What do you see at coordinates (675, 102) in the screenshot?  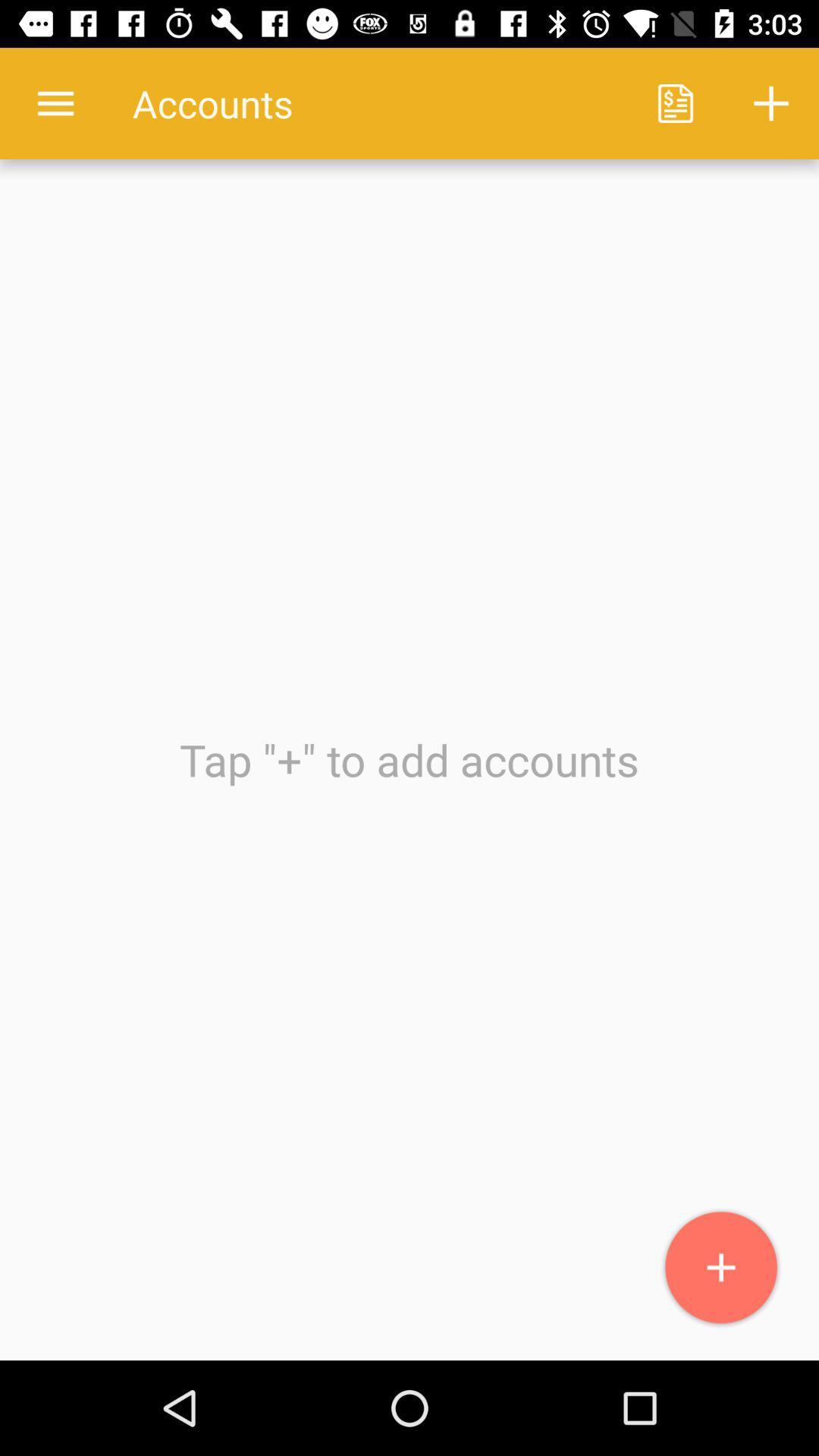 I see `the icon next to accounts` at bounding box center [675, 102].